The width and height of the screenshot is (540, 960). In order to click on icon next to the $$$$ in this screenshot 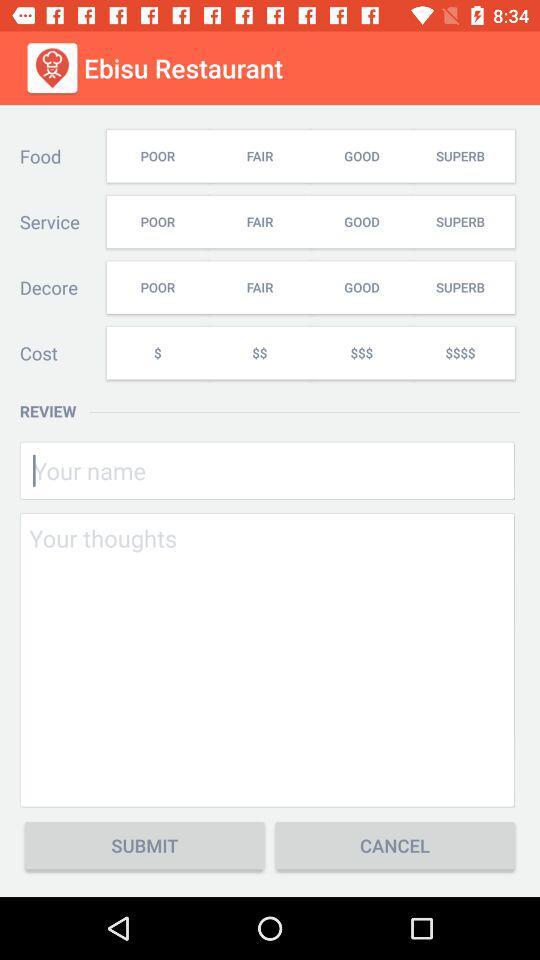, I will do `click(360, 353)`.